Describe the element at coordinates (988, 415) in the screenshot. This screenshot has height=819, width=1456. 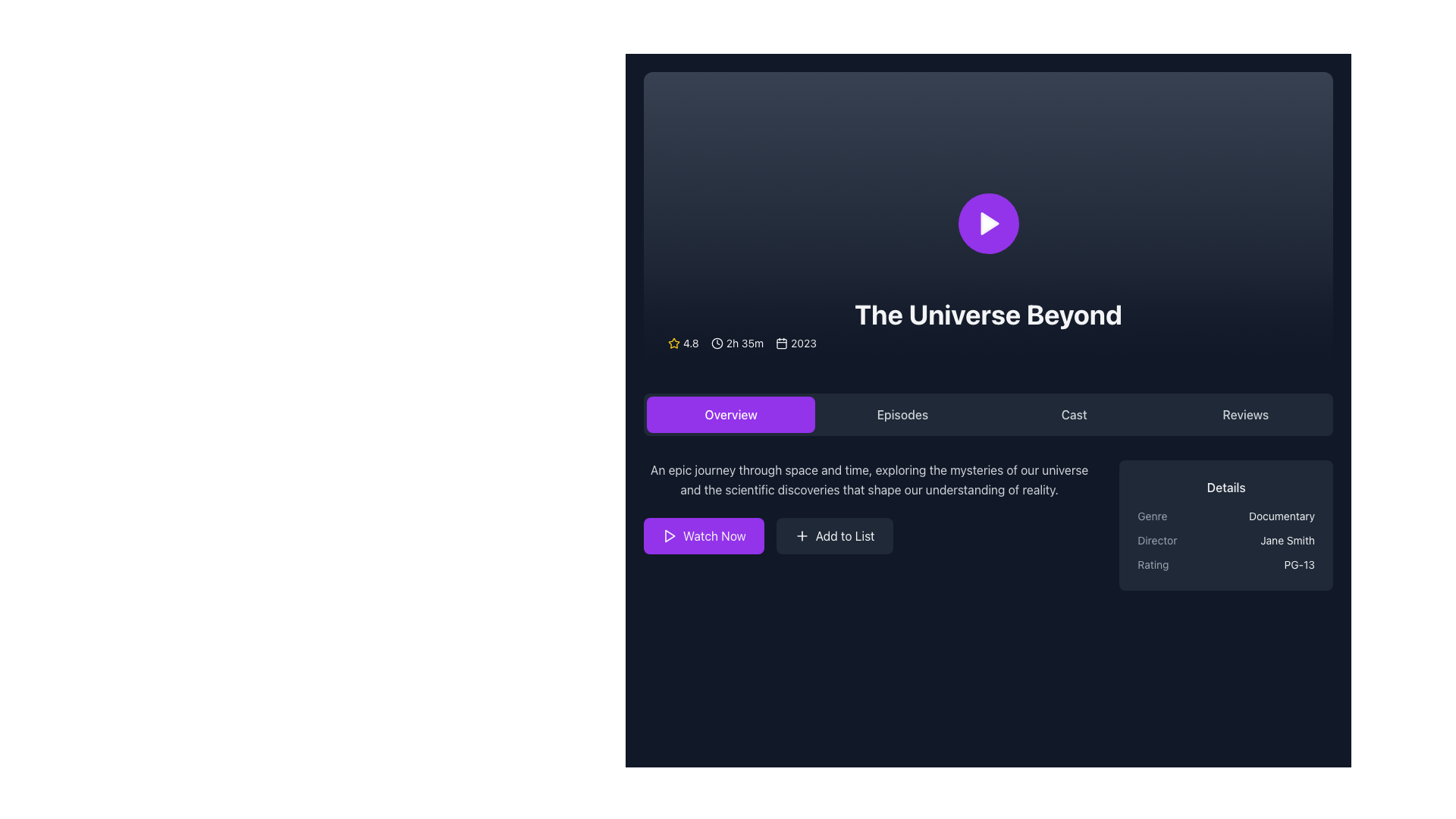
I see `the navigation bar located centrally below the title 'The Universe Beyond'` at that location.